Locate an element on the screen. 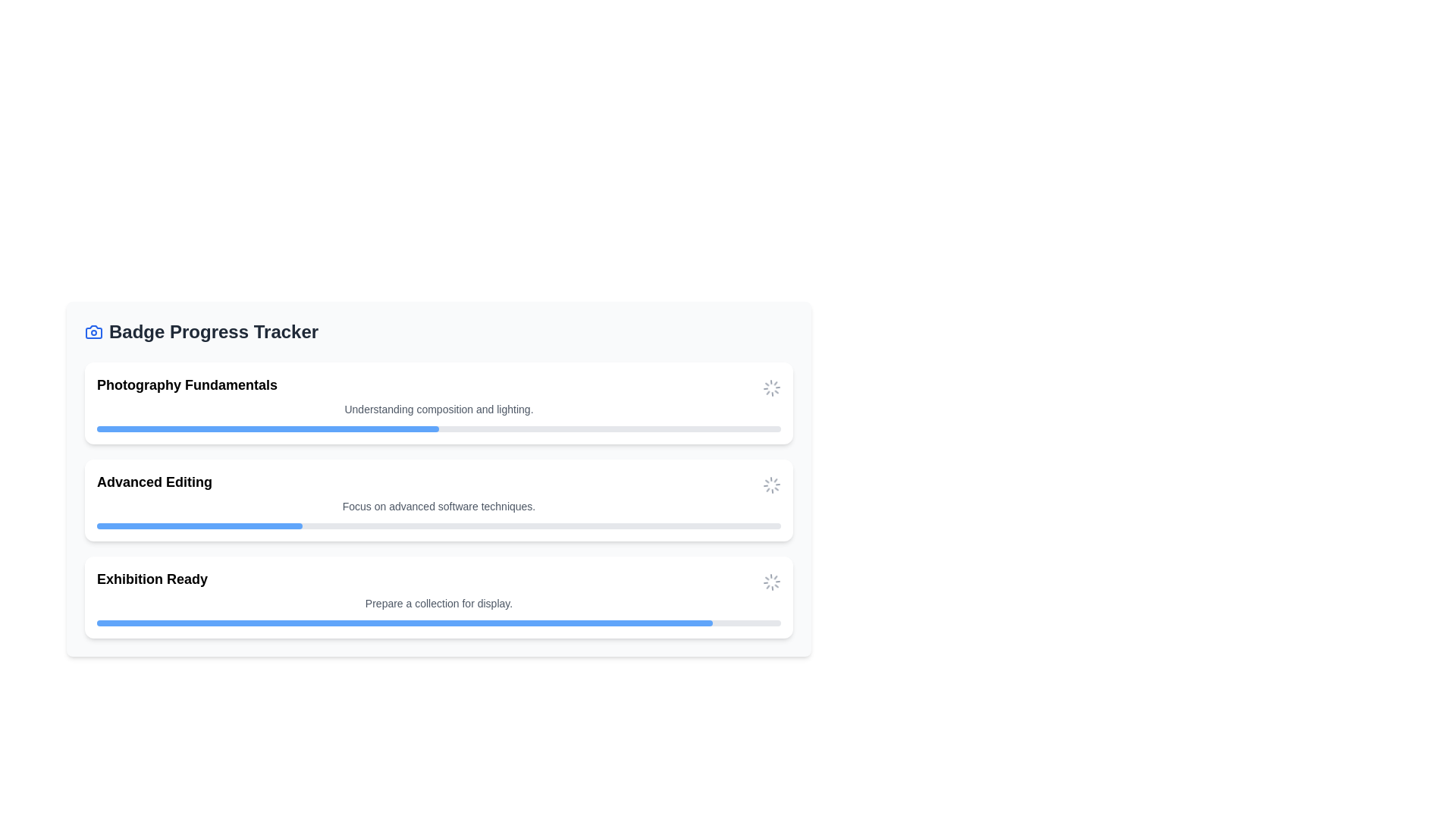  the 'Photography Fundamentals' card element, which is the first card in the vertical stack under 'Badge Progress Tracker' is located at coordinates (438, 403).